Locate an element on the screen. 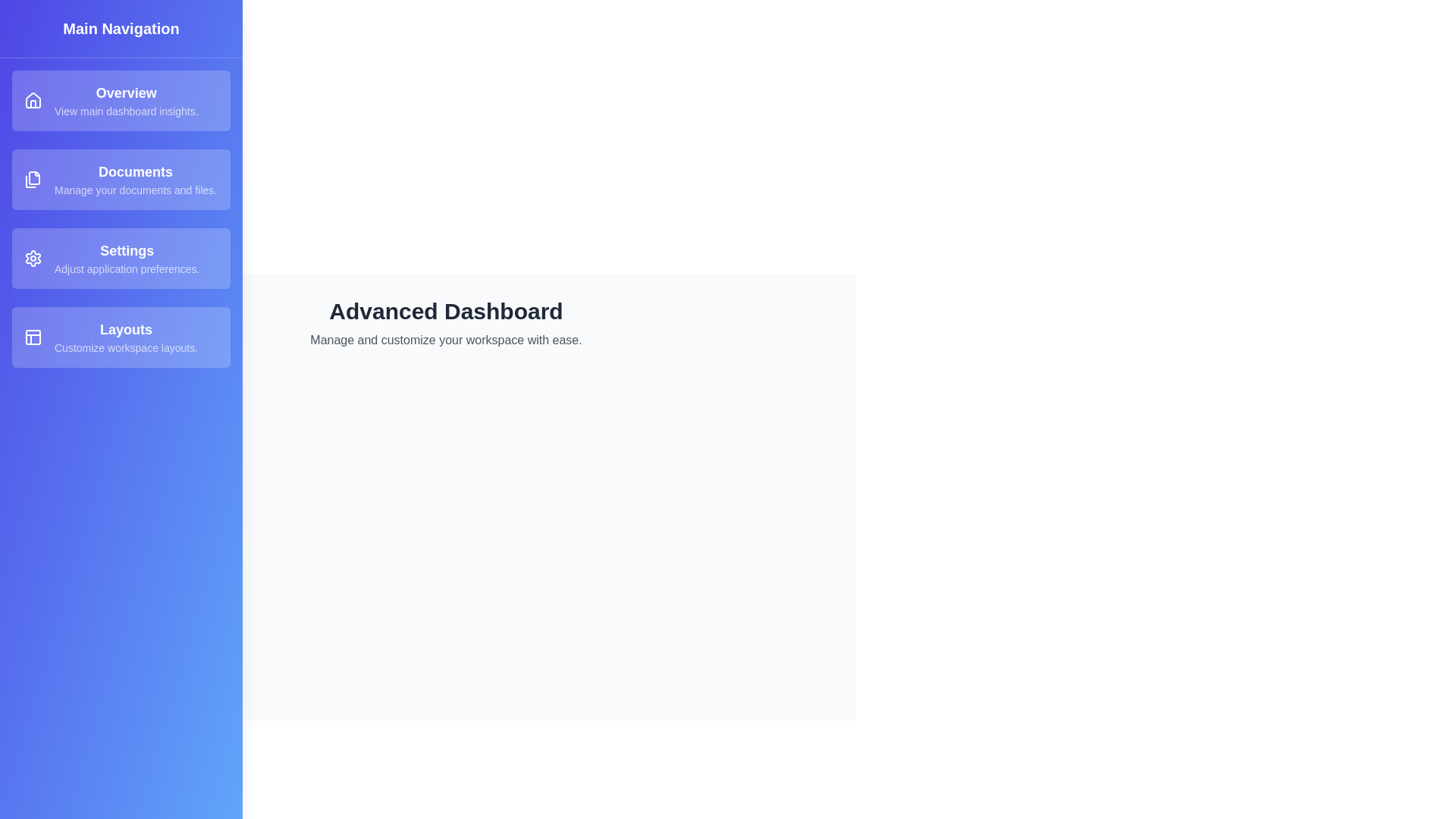 The image size is (1456, 819). the description of the section Layouts is located at coordinates (120, 336).